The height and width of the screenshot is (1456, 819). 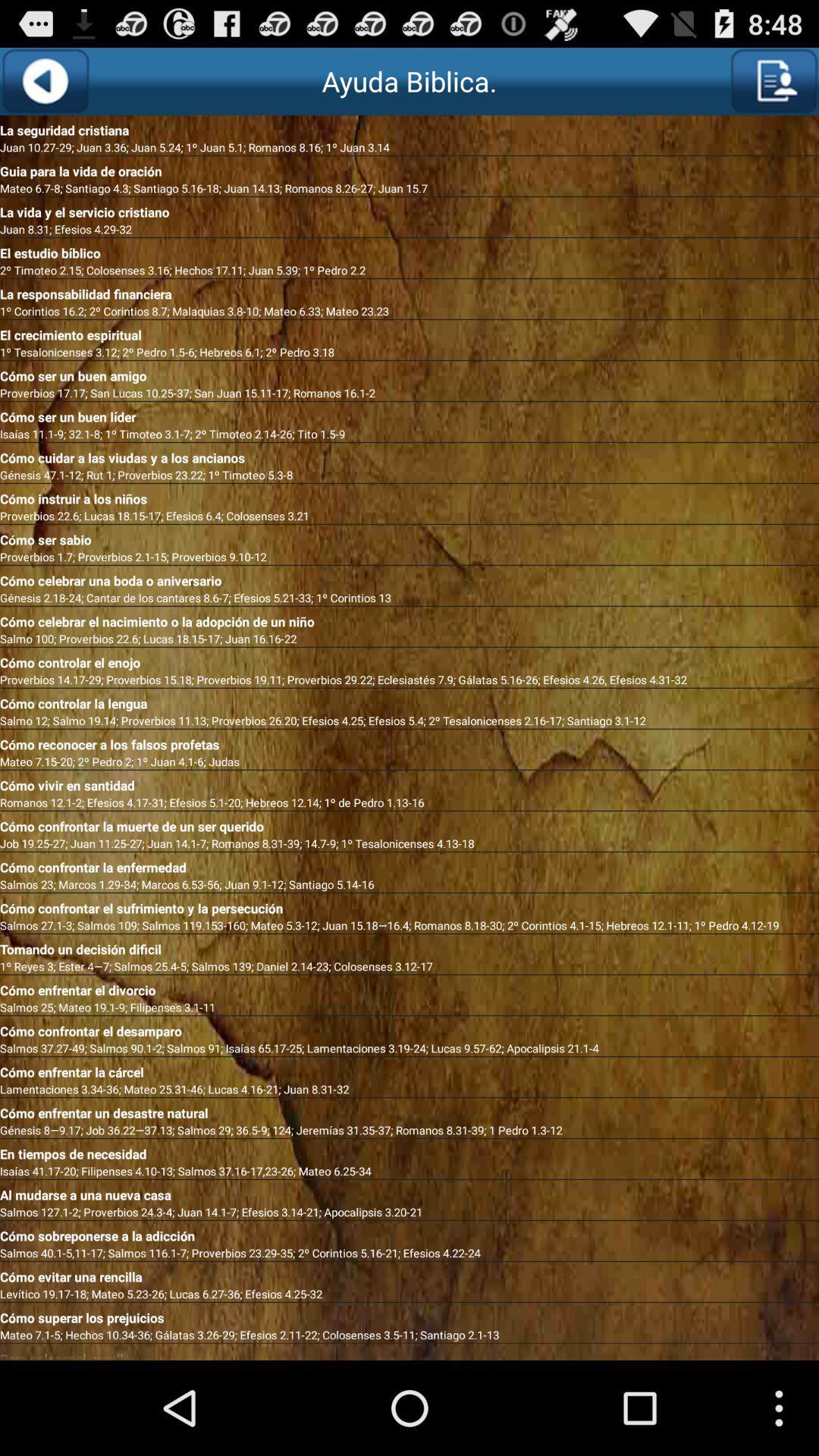 What do you see at coordinates (409, 783) in the screenshot?
I see `item below the mateo 7 15` at bounding box center [409, 783].